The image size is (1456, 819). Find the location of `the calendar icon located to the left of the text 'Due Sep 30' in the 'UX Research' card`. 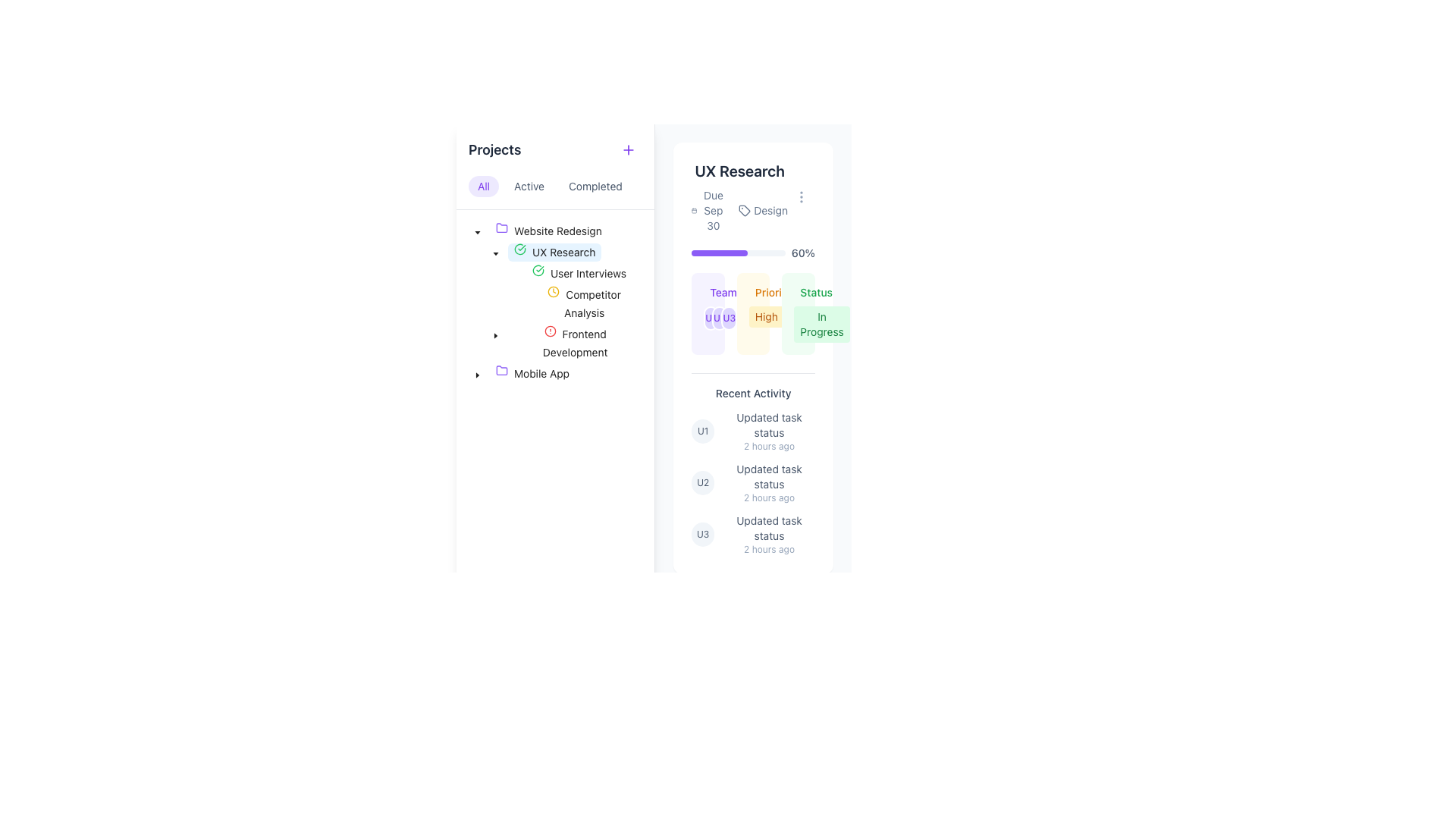

the calendar icon located to the left of the text 'Due Sep 30' in the 'UX Research' card is located at coordinates (694, 210).